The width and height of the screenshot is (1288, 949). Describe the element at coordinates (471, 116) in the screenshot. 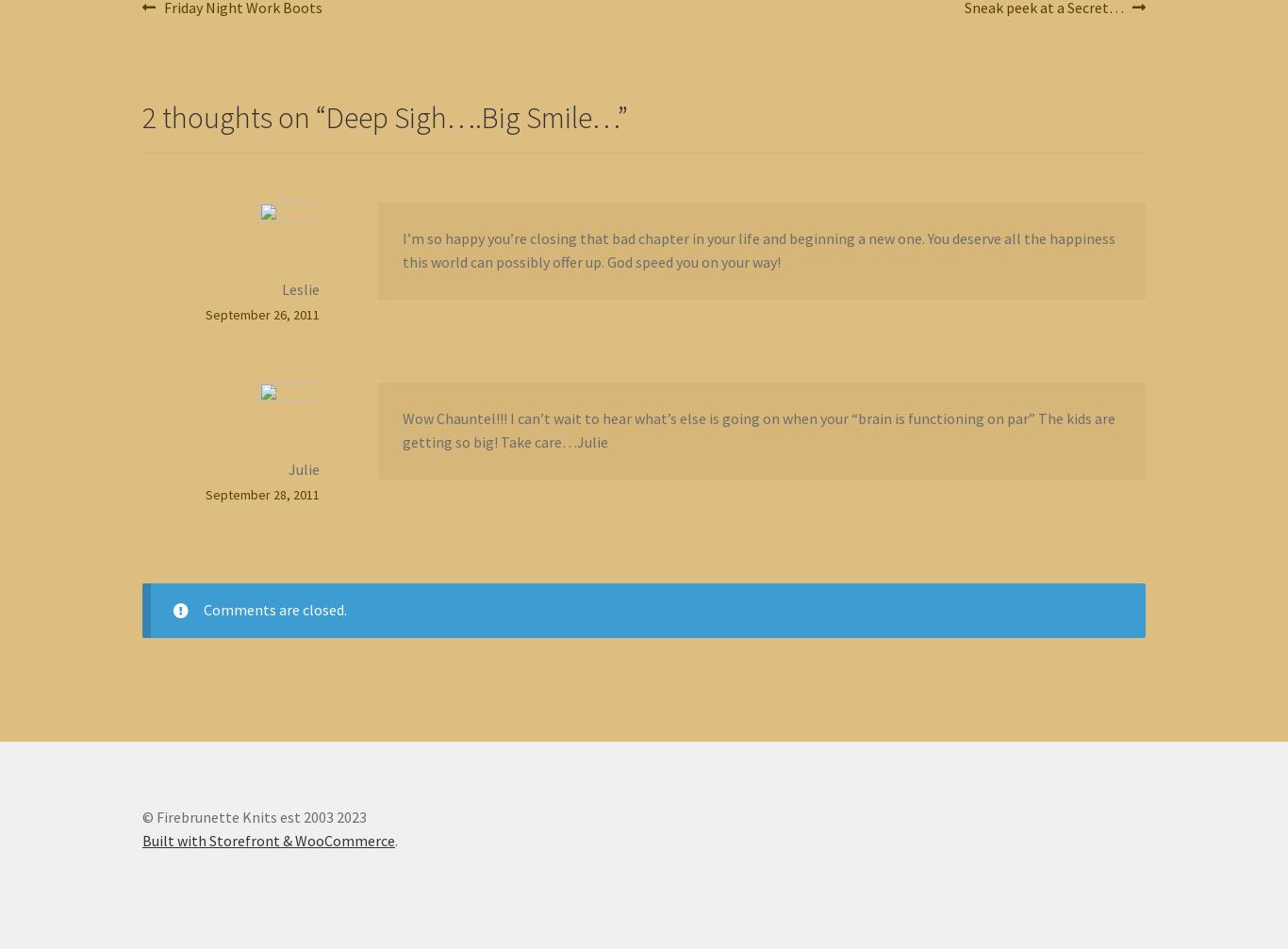

I see `'Deep Sigh….Big Smile…'` at that location.